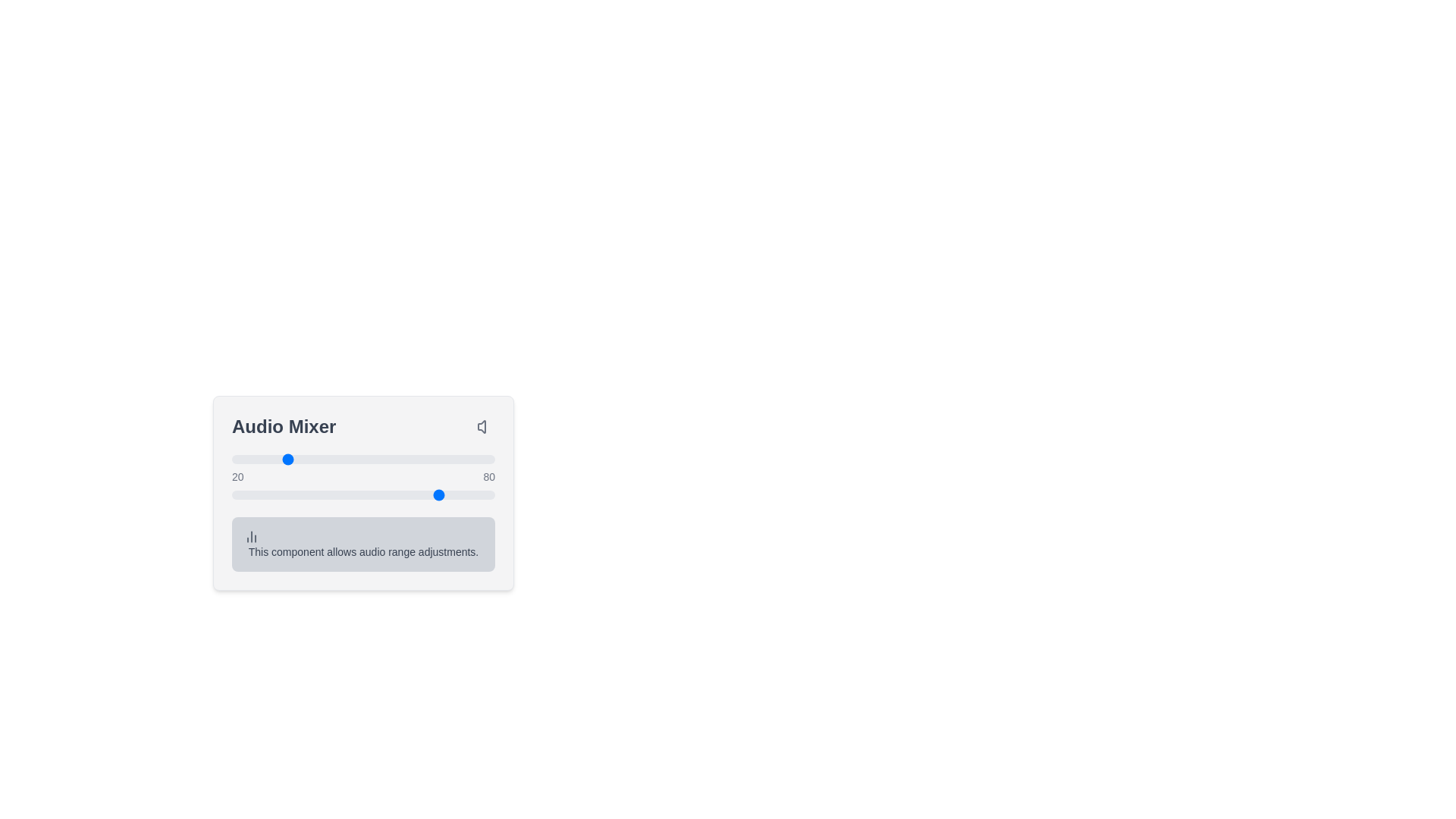  Describe the element at coordinates (489, 475) in the screenshot. I see `the text label displaying the number '80', which is a small gray font indicating a status or numerical indicator, located to the right of the label '20' near a slider control in the 'Audio Mixer' component` at that location.